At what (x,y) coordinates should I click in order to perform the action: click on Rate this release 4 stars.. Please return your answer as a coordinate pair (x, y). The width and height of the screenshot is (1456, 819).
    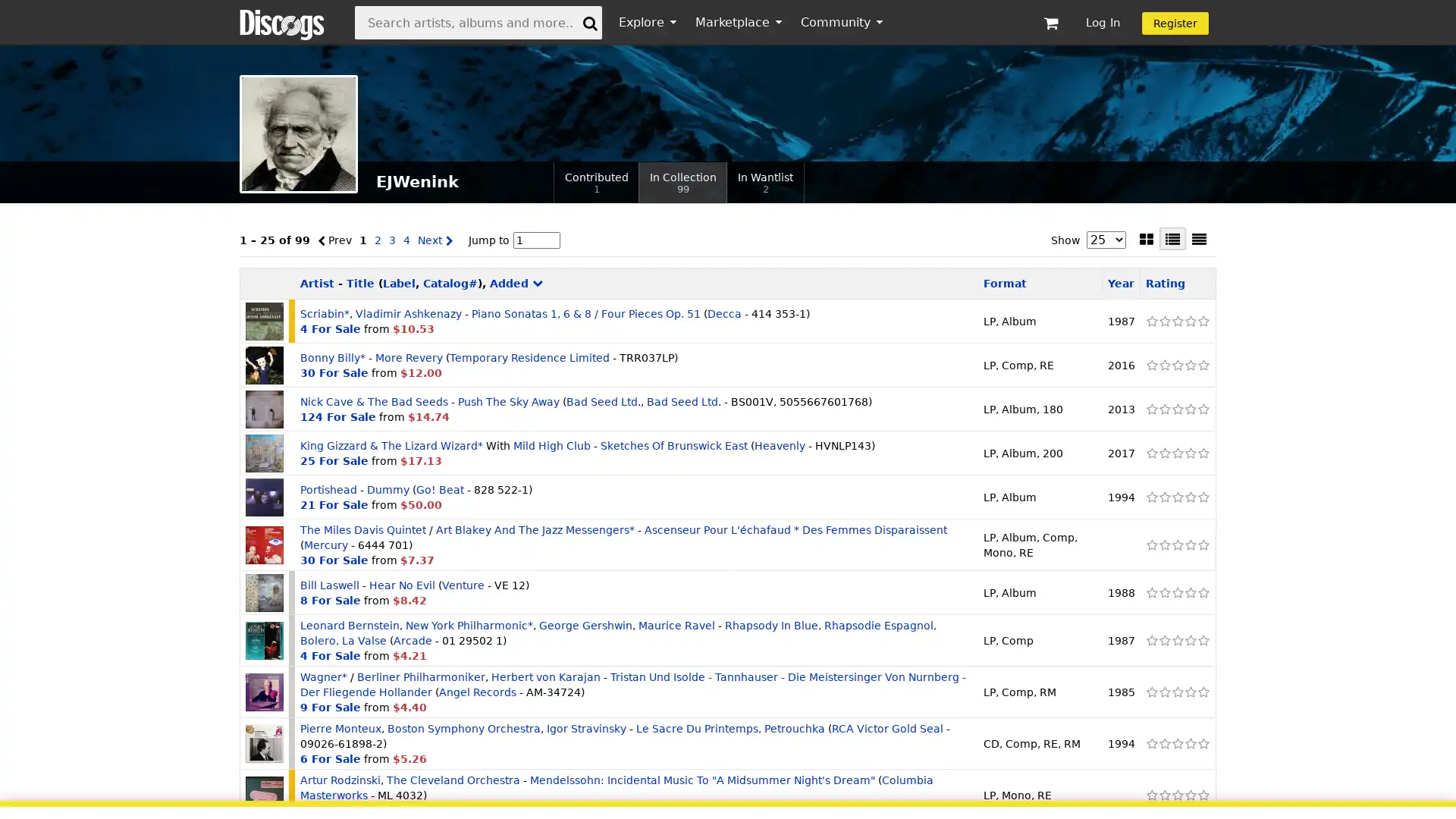
    Looking at the image, I should click on (1189, 321).